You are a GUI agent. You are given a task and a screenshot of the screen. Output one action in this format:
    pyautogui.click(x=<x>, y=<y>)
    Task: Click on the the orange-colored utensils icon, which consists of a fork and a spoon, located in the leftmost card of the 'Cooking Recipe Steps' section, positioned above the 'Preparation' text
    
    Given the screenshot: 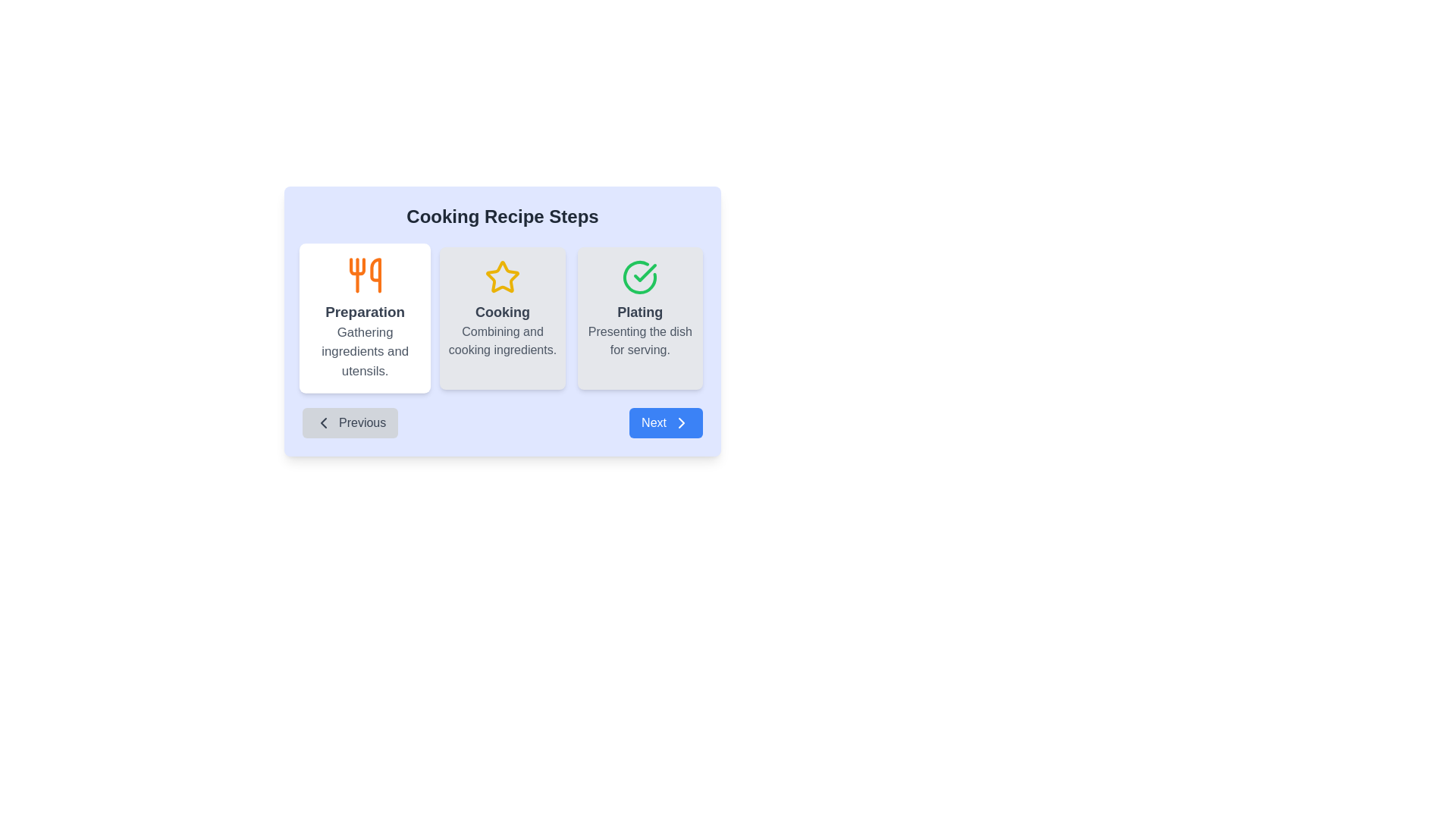 What is the action you would take?
    pyautogui.click(x=365, y=275)
    